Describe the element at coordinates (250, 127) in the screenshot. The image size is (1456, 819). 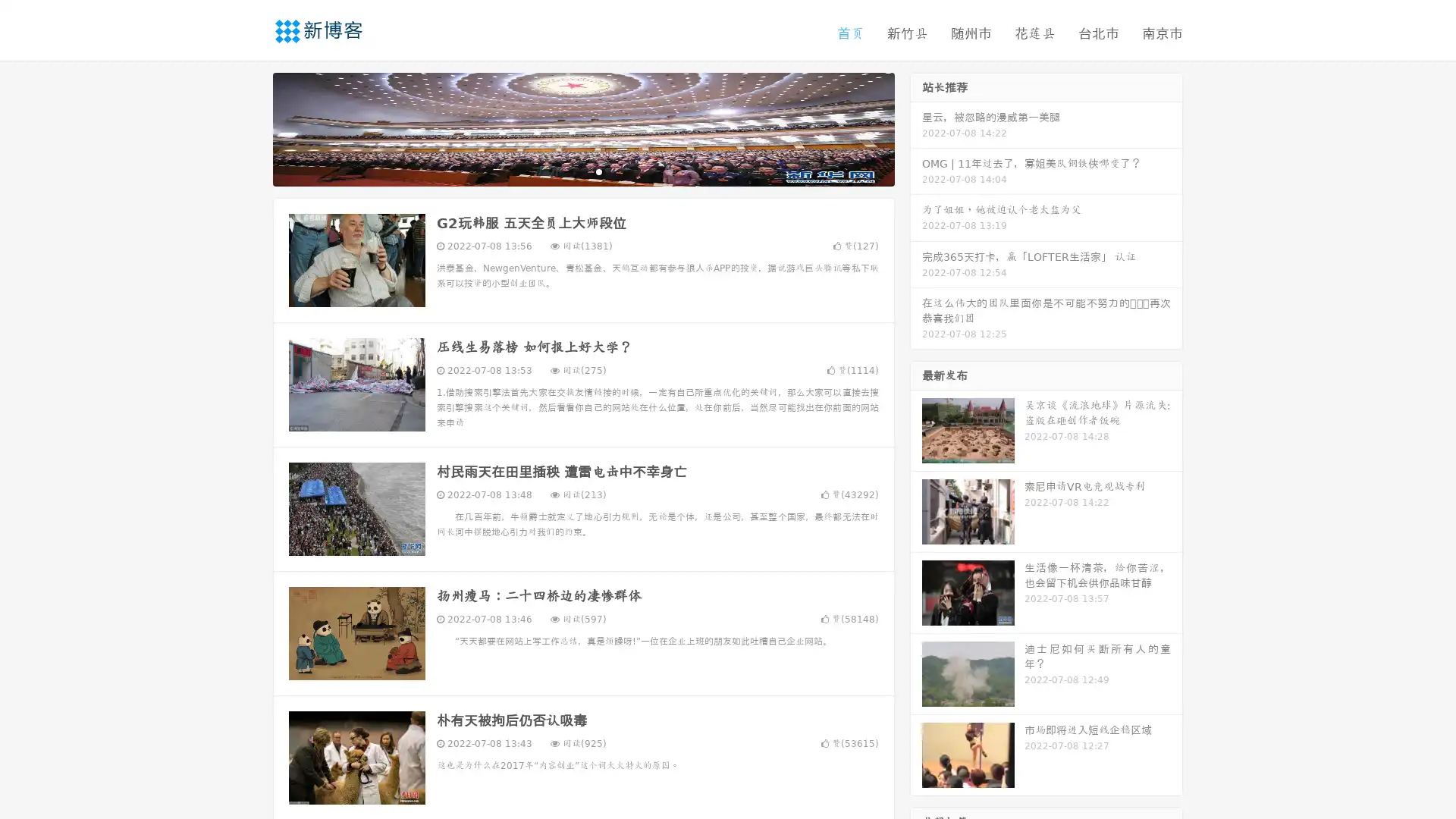
I see `Previous slide` at that location.